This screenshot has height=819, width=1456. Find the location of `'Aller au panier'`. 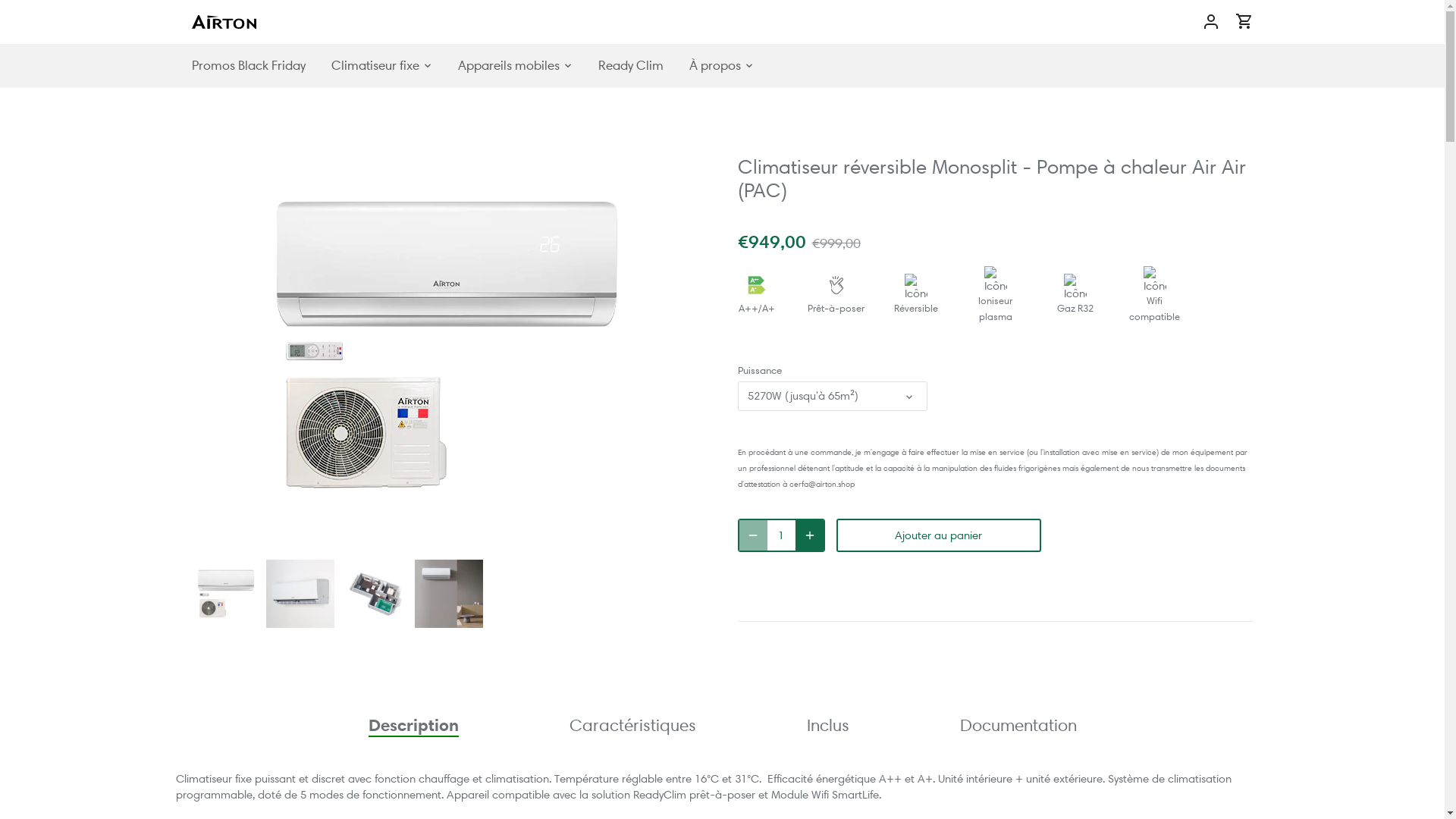

'Aller au panier' is located at coordinates (1244, 20).